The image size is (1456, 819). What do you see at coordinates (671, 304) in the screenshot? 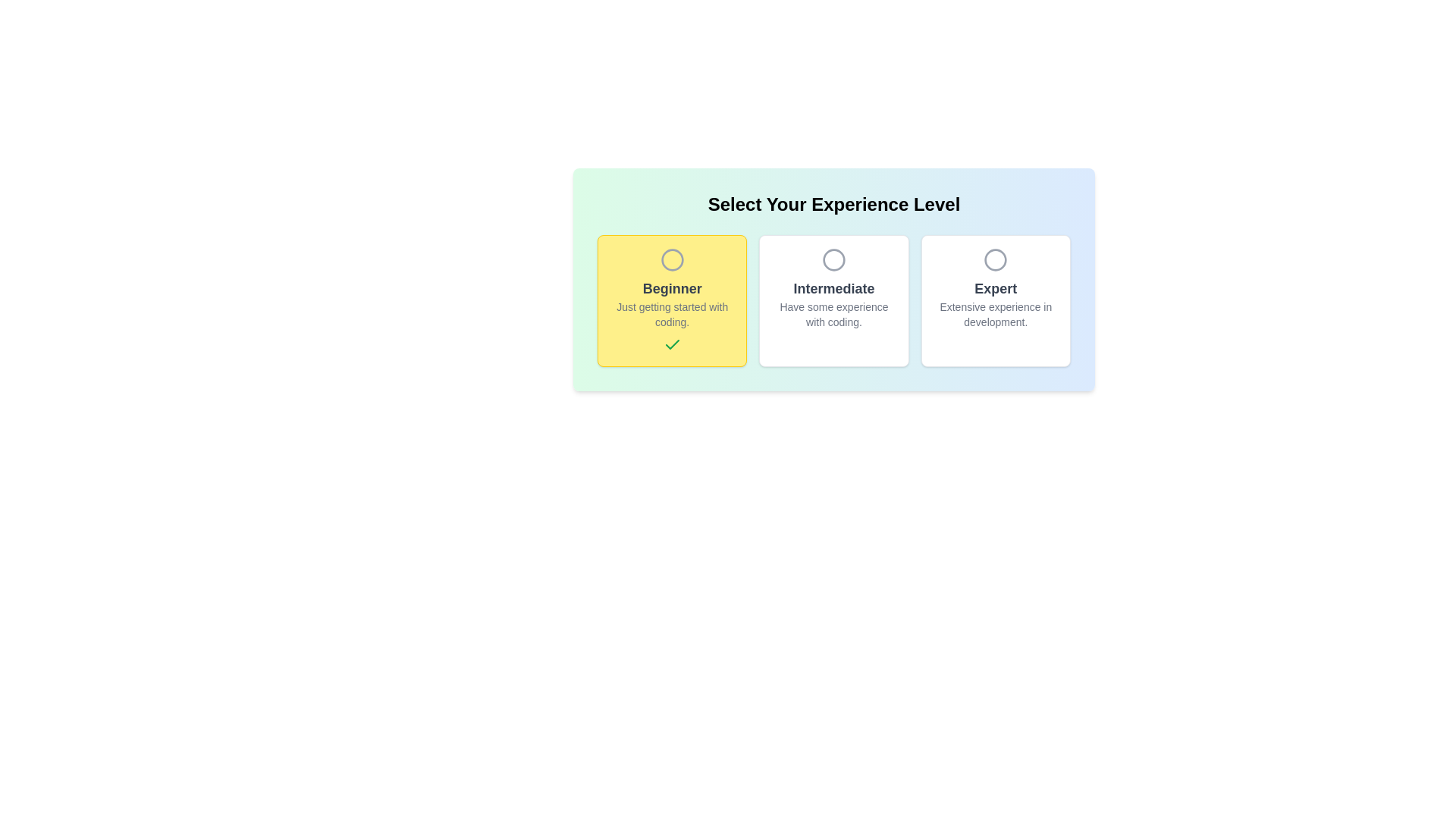
I see `the 'Beginner' text display which features a bold heading and smaller text within a yellow background box` at bounding box center [671, 304].